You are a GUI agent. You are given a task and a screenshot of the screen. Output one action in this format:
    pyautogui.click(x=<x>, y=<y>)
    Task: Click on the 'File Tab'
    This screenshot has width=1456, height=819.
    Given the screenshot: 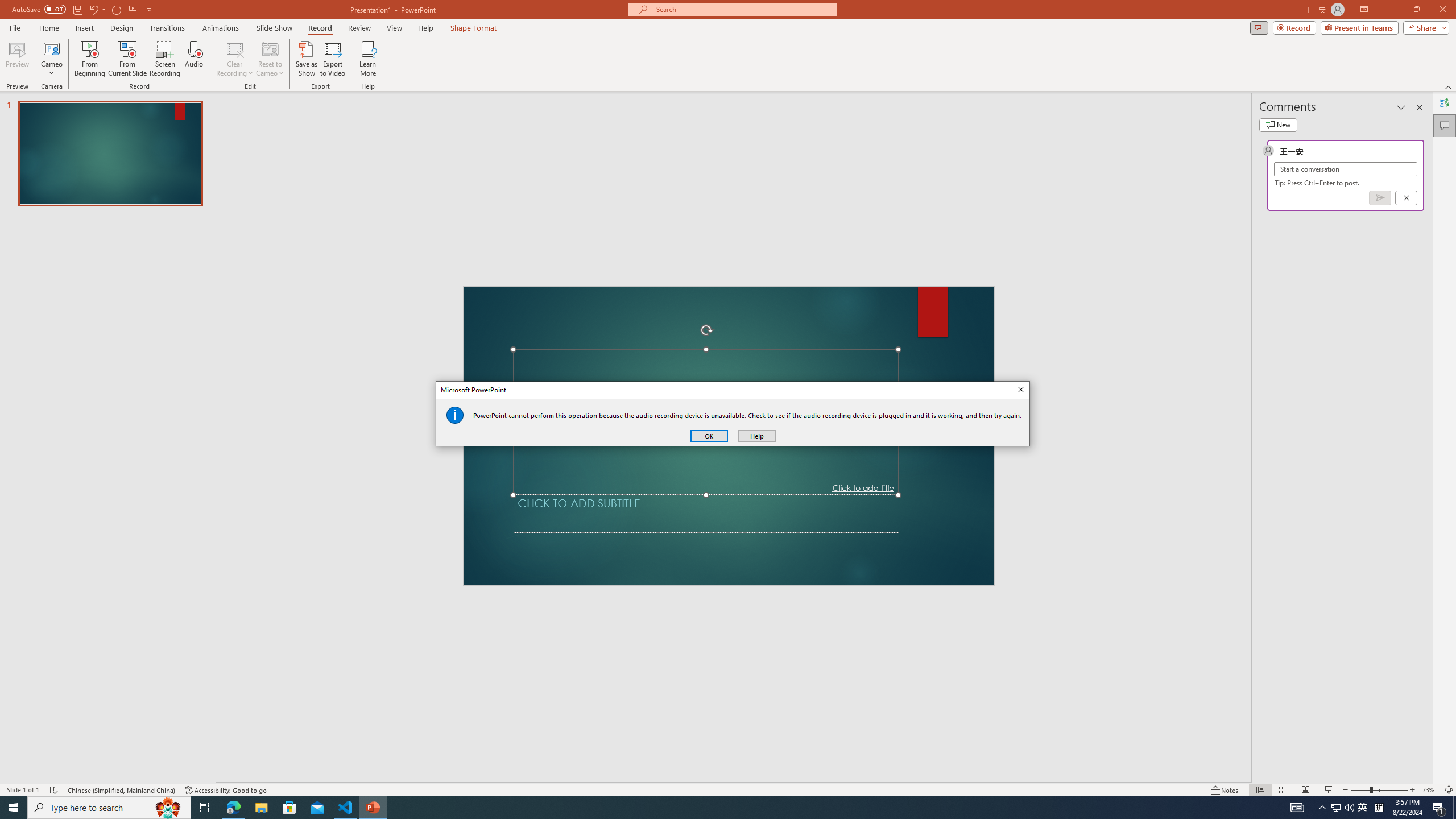 What is the action you would take?
    pyautogui.click(x=14, y=27)
    